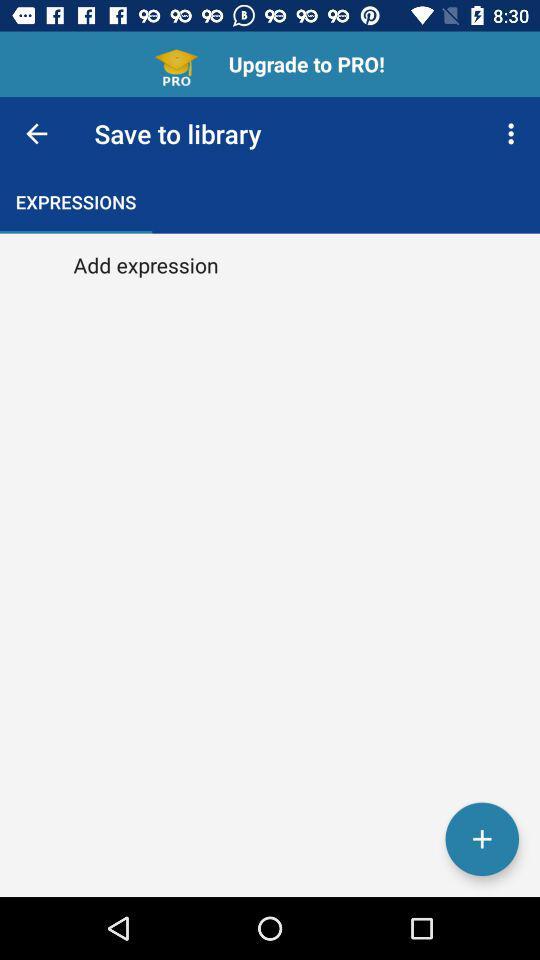 Image resolution: width=540 pixels, height=960 pixels. I want to click on the add icon, so click(481, 839).